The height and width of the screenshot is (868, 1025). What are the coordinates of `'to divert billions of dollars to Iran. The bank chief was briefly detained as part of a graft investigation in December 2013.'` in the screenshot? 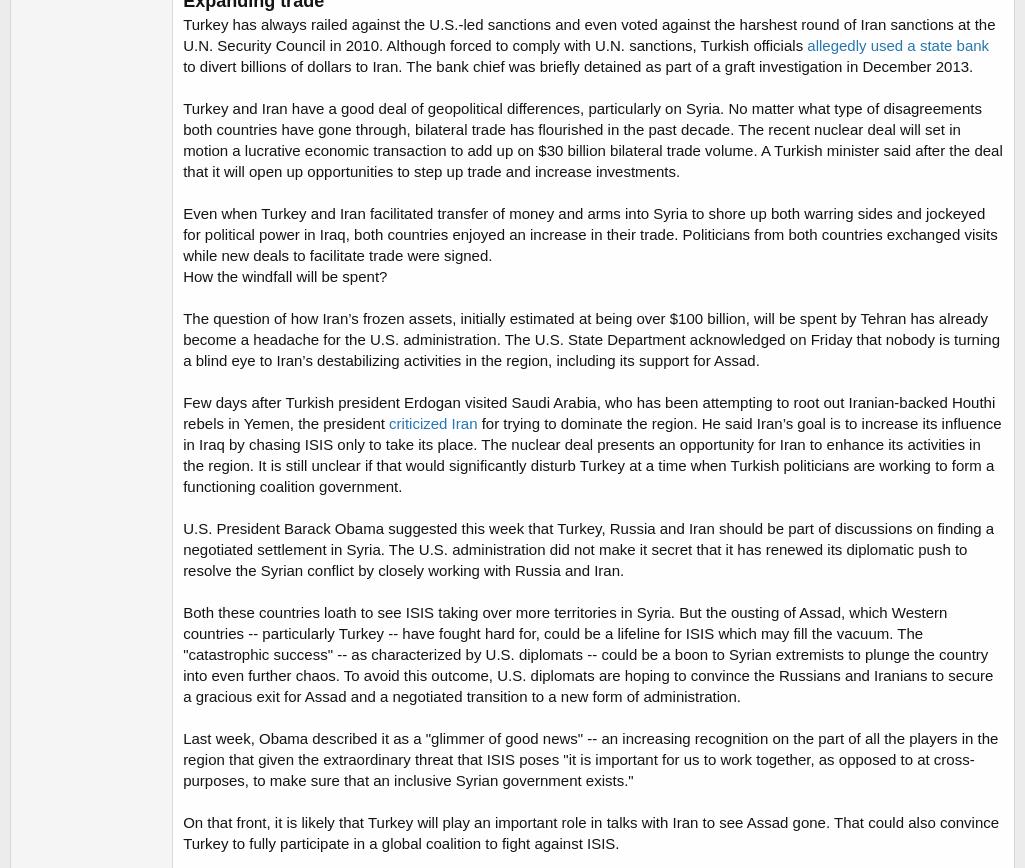 It's located at (577, 66).